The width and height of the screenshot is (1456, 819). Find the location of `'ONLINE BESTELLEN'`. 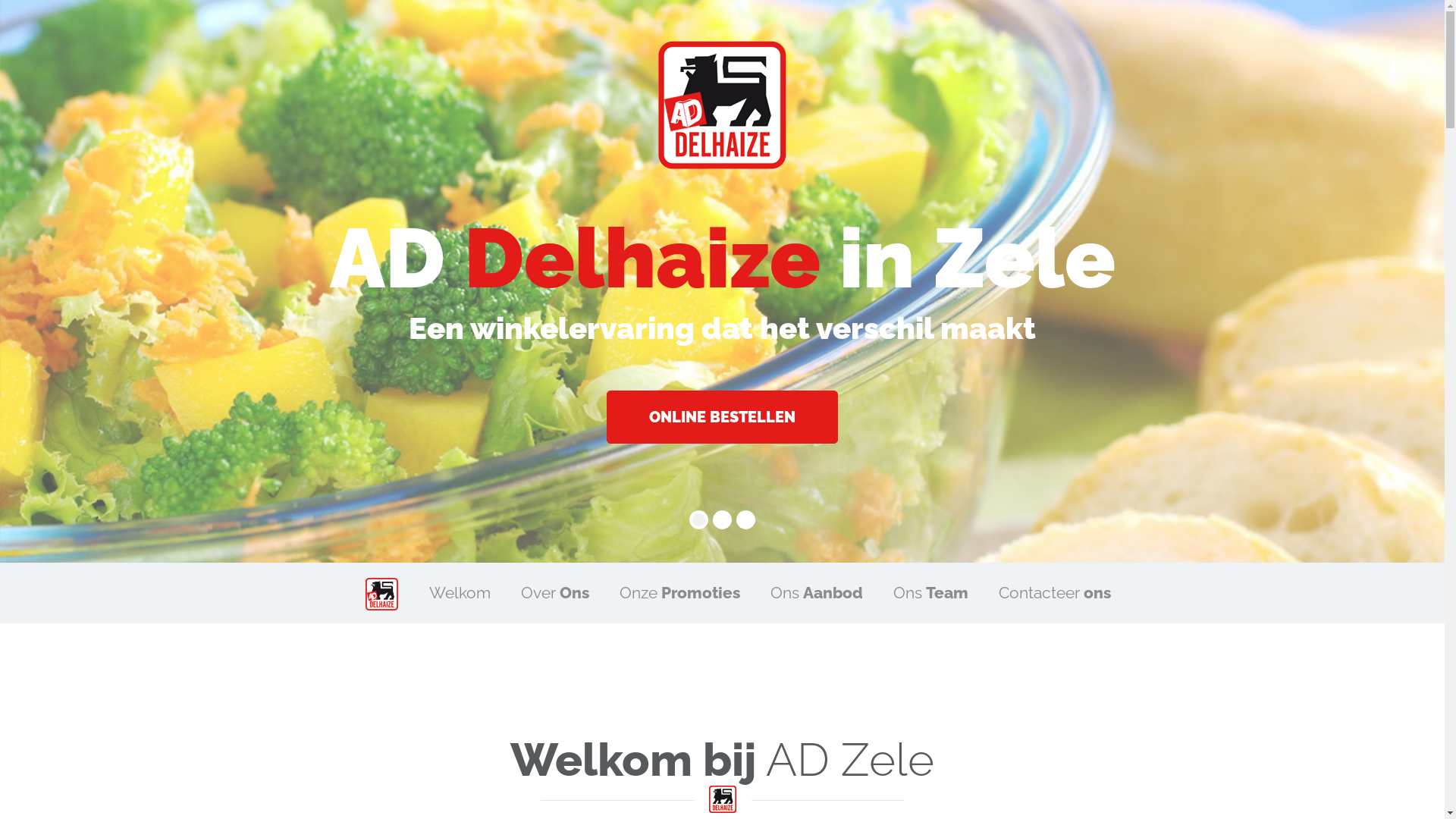

'ONLINE BESTELLEN' is located at coordinates (721, 417).